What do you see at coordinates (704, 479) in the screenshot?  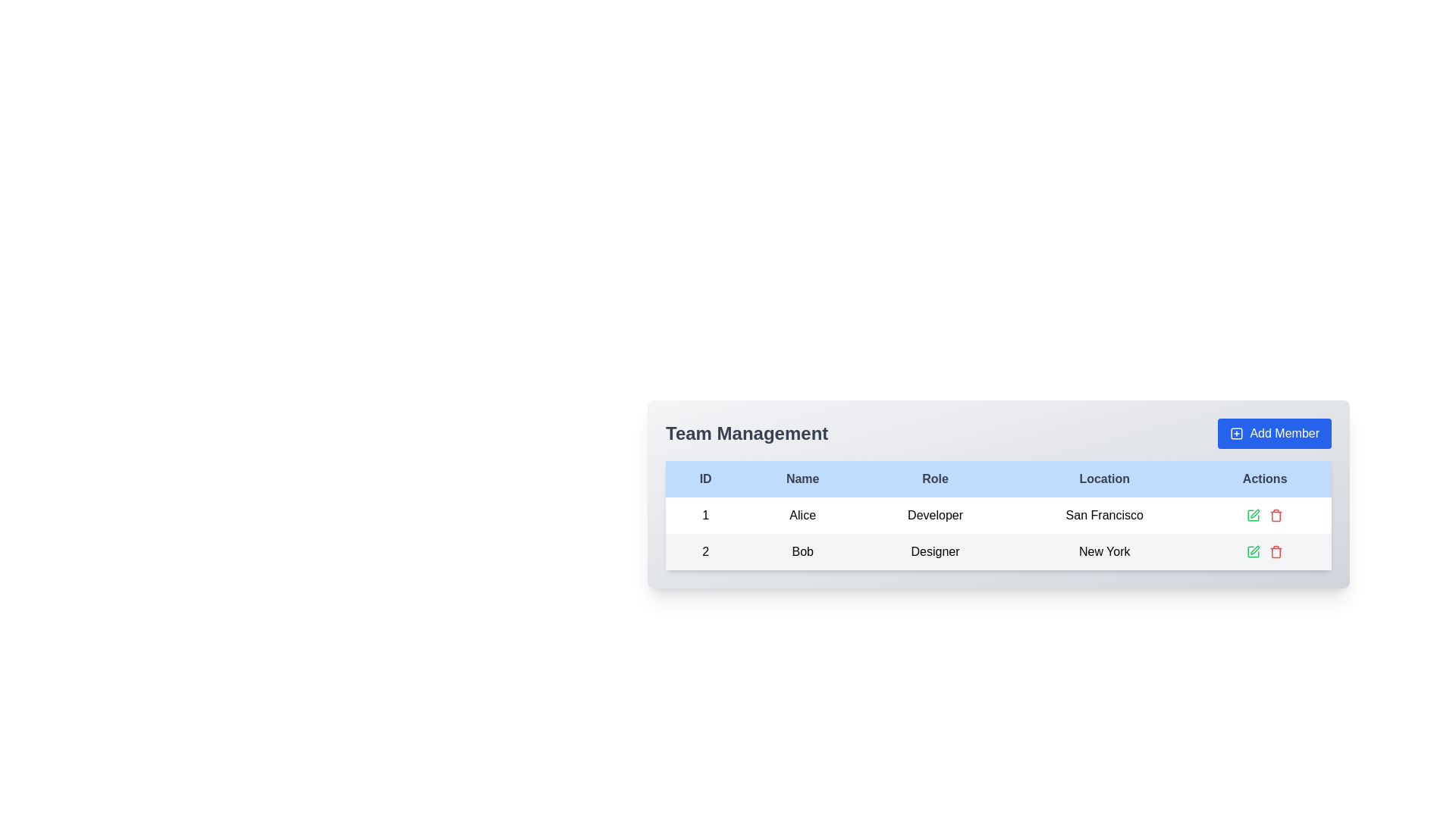 I see `the static text label 'ID' which serves as the first column header in the 'Team Management' section of the table` at bounding box center [704, 479].